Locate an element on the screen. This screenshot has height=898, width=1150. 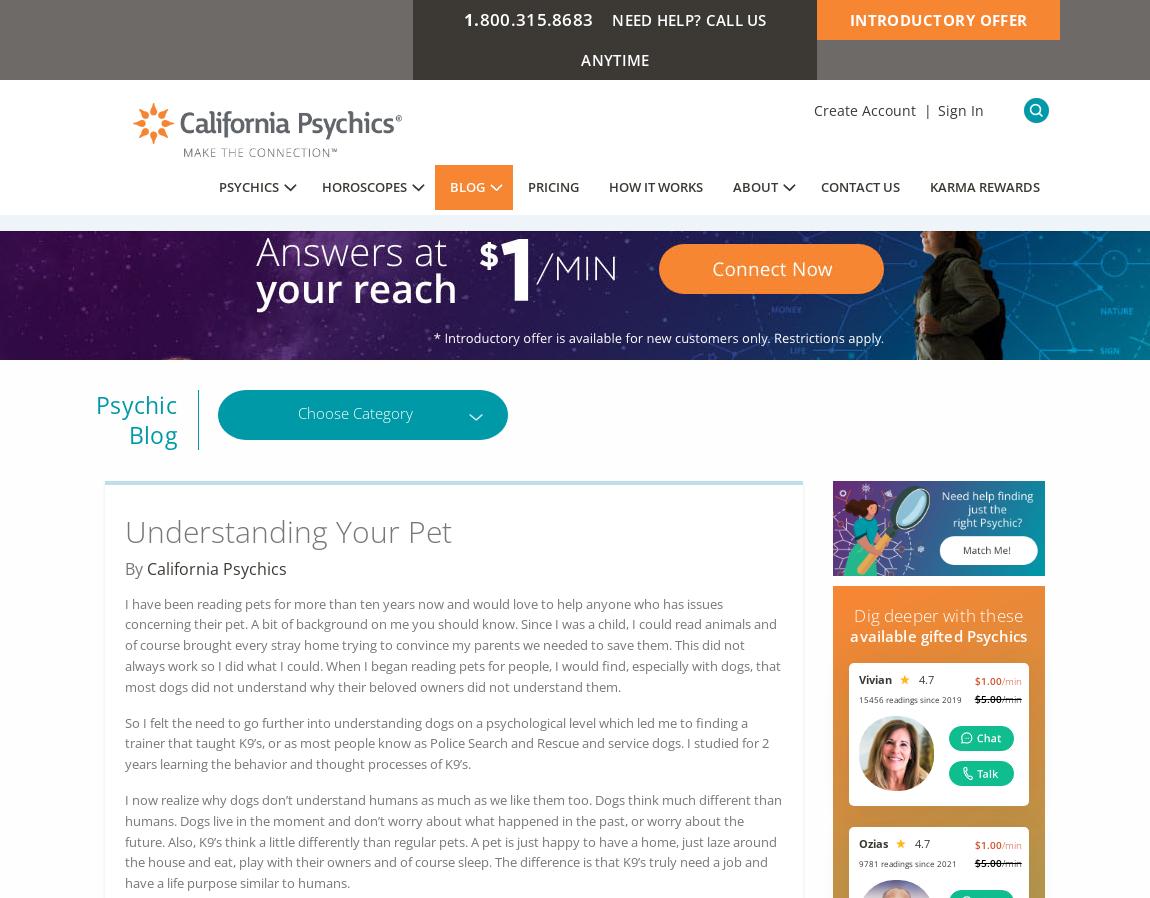
'So I felt the need to go further into understanding dogs on a psychological level which led me to finding a trainer that taught K9’s, or as most people know as Police Search and Rescue and service dogs. I studied for 2 years learning the behavior and thought processes of K9’s.' is located at coordinates (447, 743).